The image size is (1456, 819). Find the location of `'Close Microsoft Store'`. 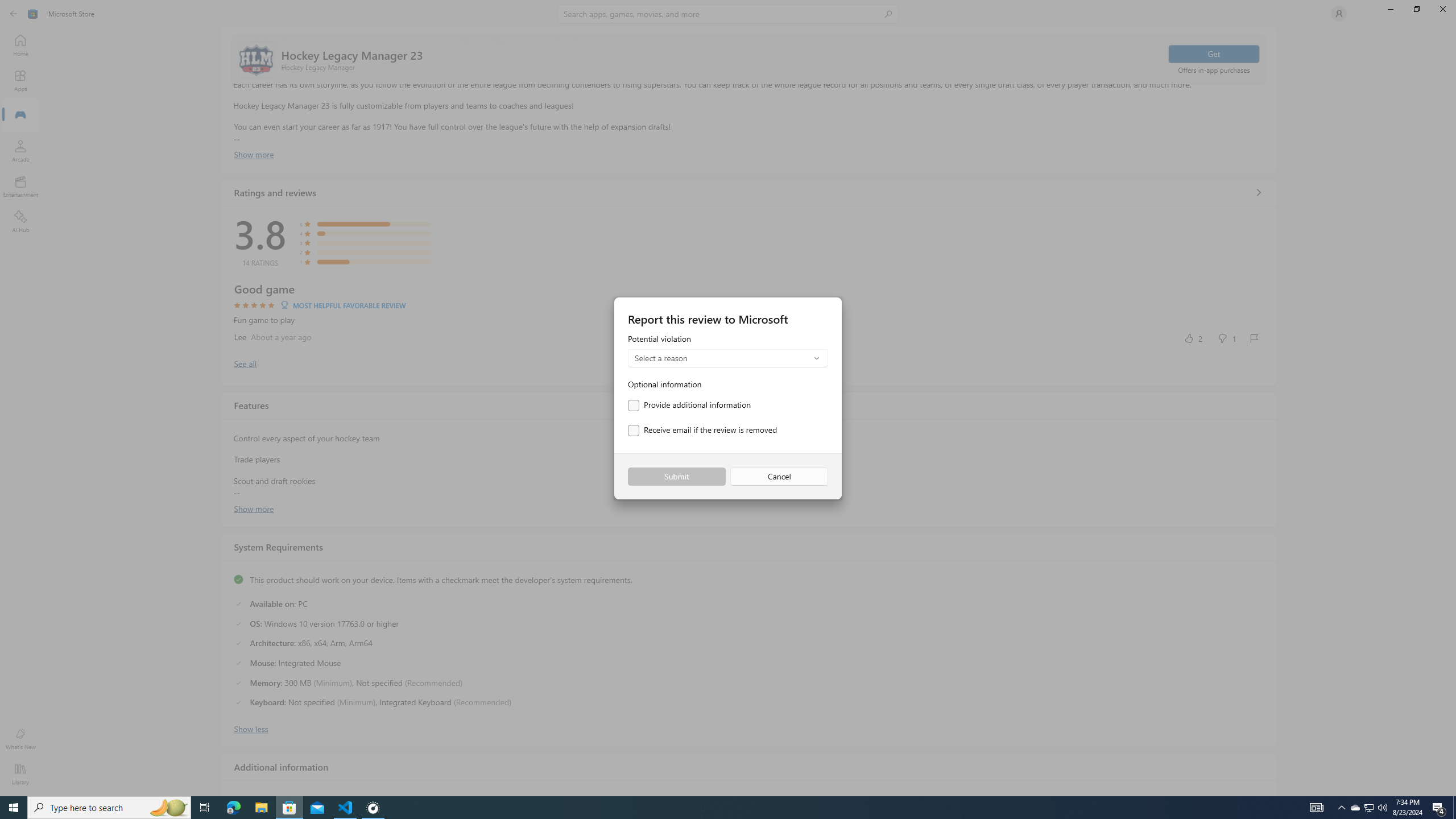

'Close Microsoft Store' is located at coordinates (1442, 9).